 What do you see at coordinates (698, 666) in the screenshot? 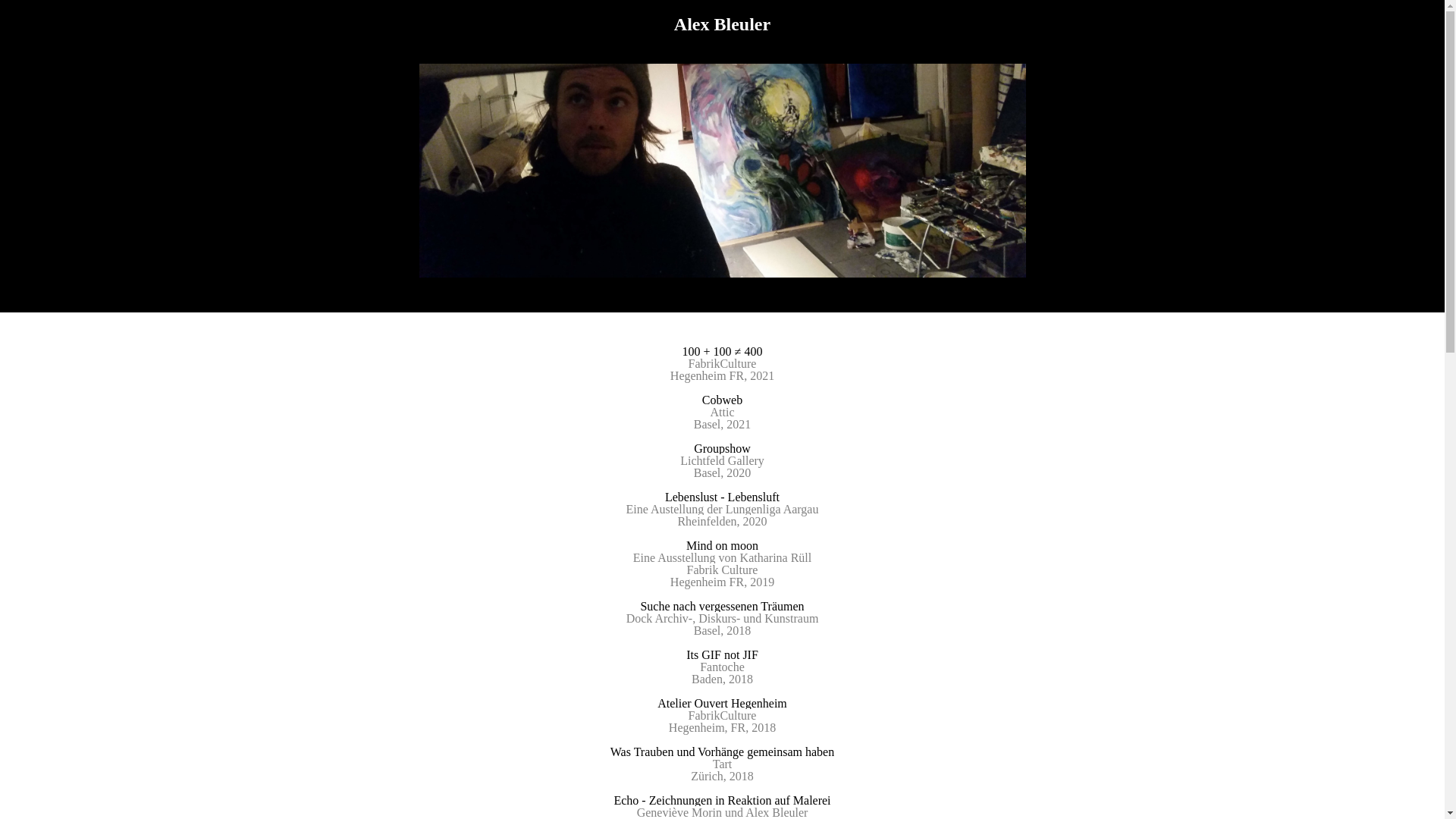
I see `'Fantoche'` at bounding box center [698, 666].